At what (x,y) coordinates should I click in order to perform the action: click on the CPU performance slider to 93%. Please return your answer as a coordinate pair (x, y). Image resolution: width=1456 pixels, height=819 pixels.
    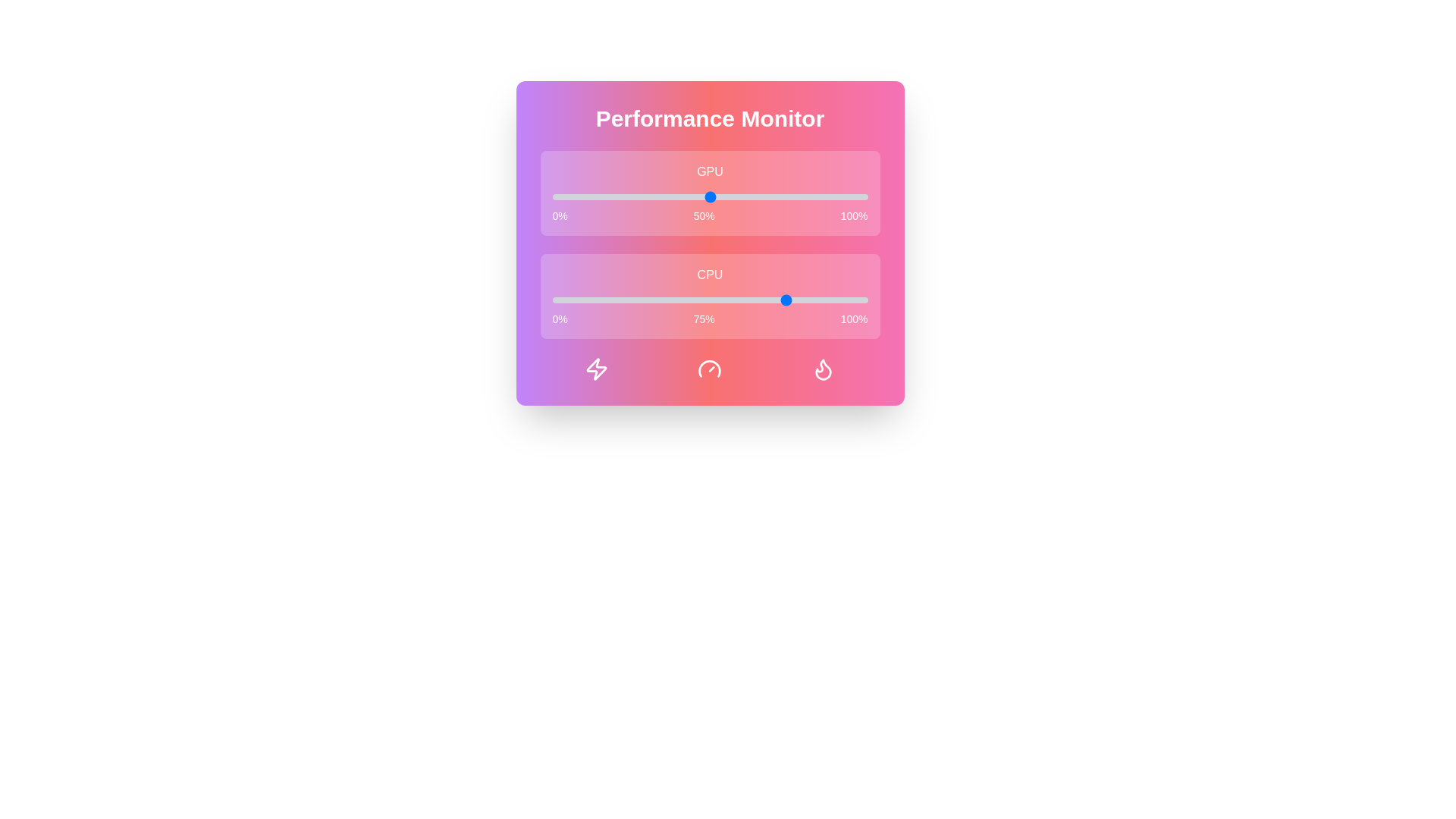
    Looking at the image, I should click on (845, 300).